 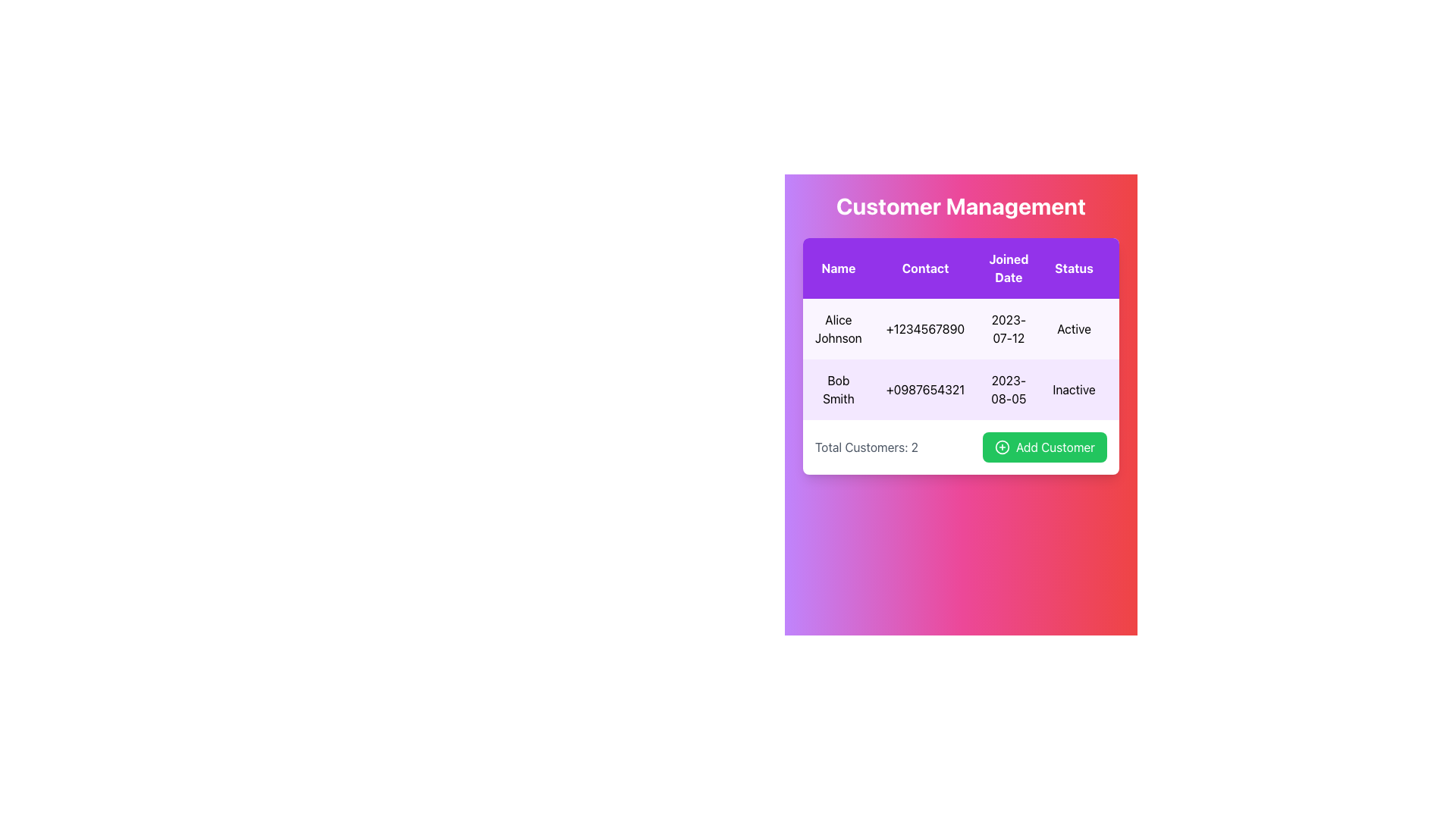 What do you see at coordinates (1043, 447) in the screenshot?
I see `the 'Add Customer' button with a green background and white text to observe the style changes` at bounding box center [1043, 447].